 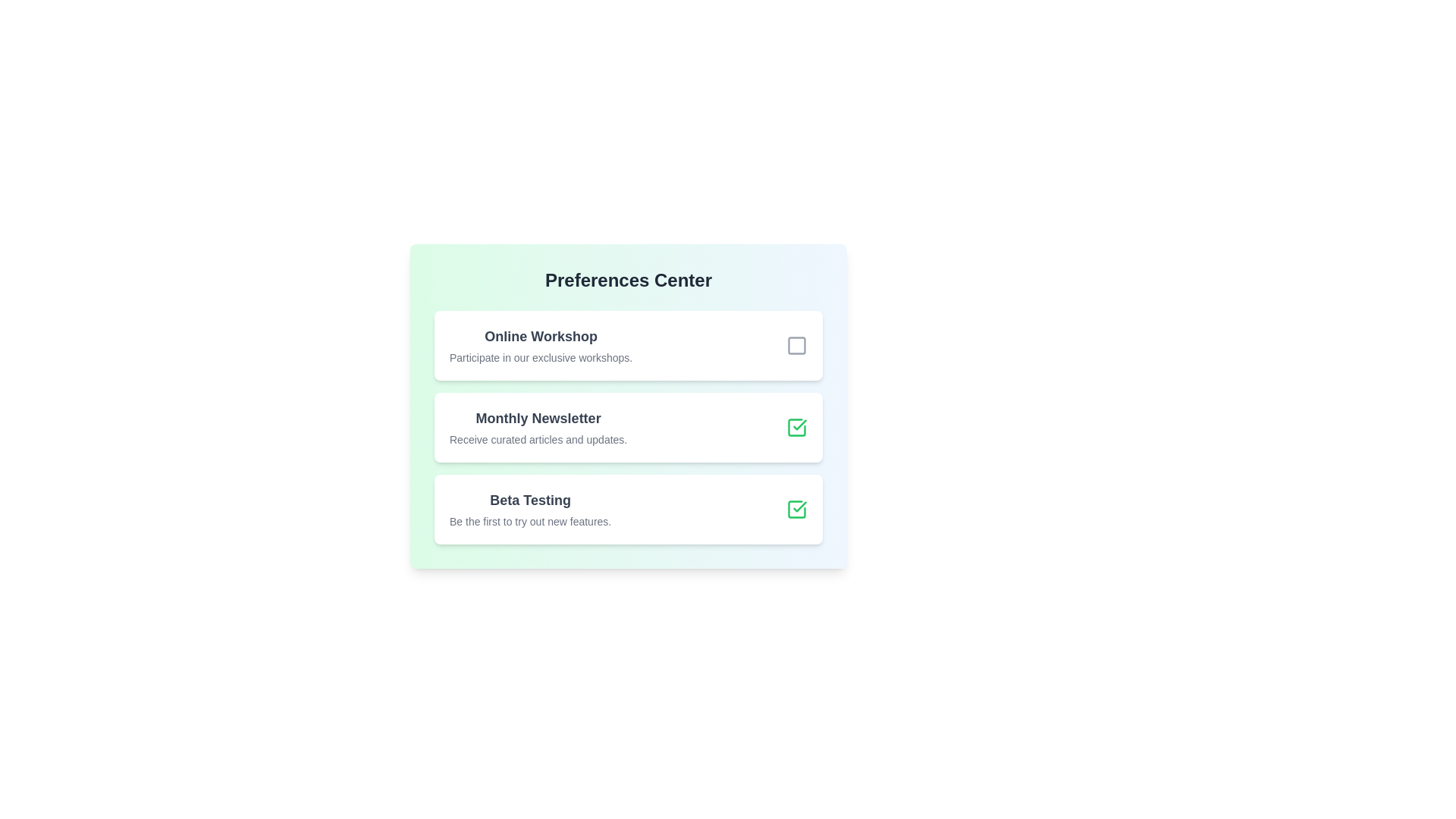 What do you see at coordinates (541, 335) in the screenshot?
I see `the text element reading 'Online Workshop' styled in bold and large font located at the top left of the 'Preferences Center' panel` at bounding box center [541, 335].